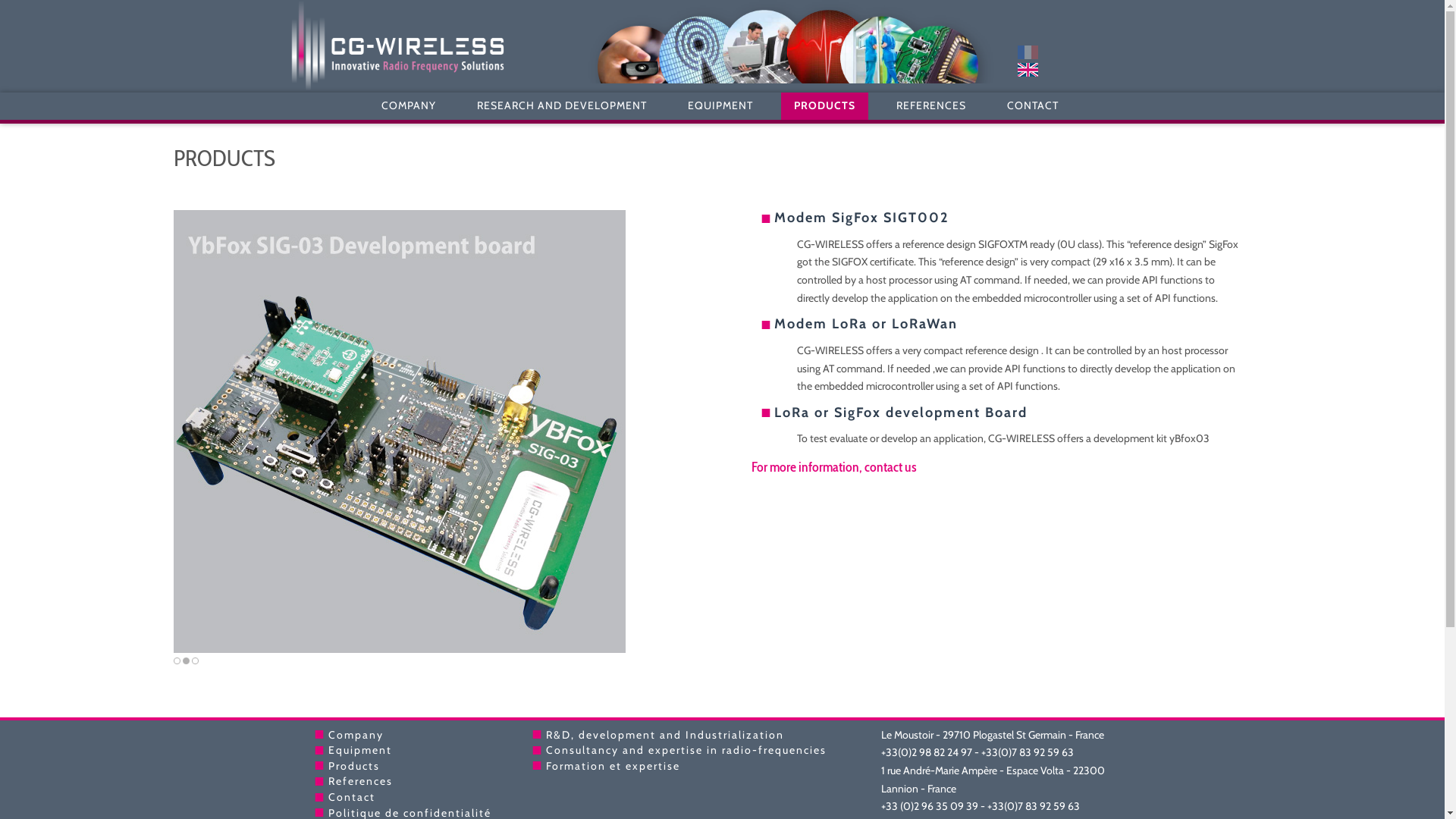 Image resolution: width=1456 pixels, height=819 pixels. I want to click on 'Products', so click(352, 766).